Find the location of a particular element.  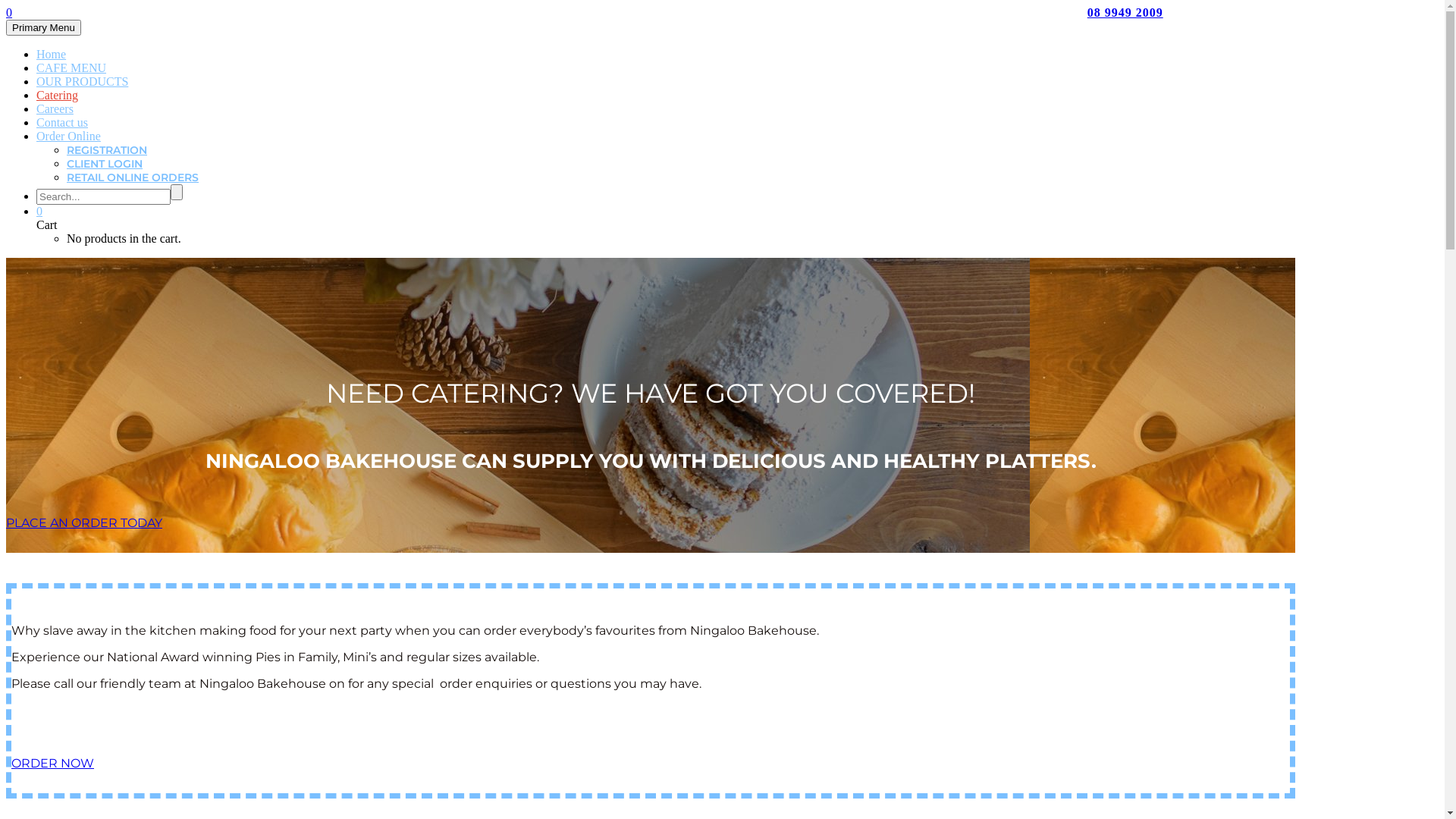

'orders@ningaloobakehouse.com.au' is located at coordinates (1190, 26).